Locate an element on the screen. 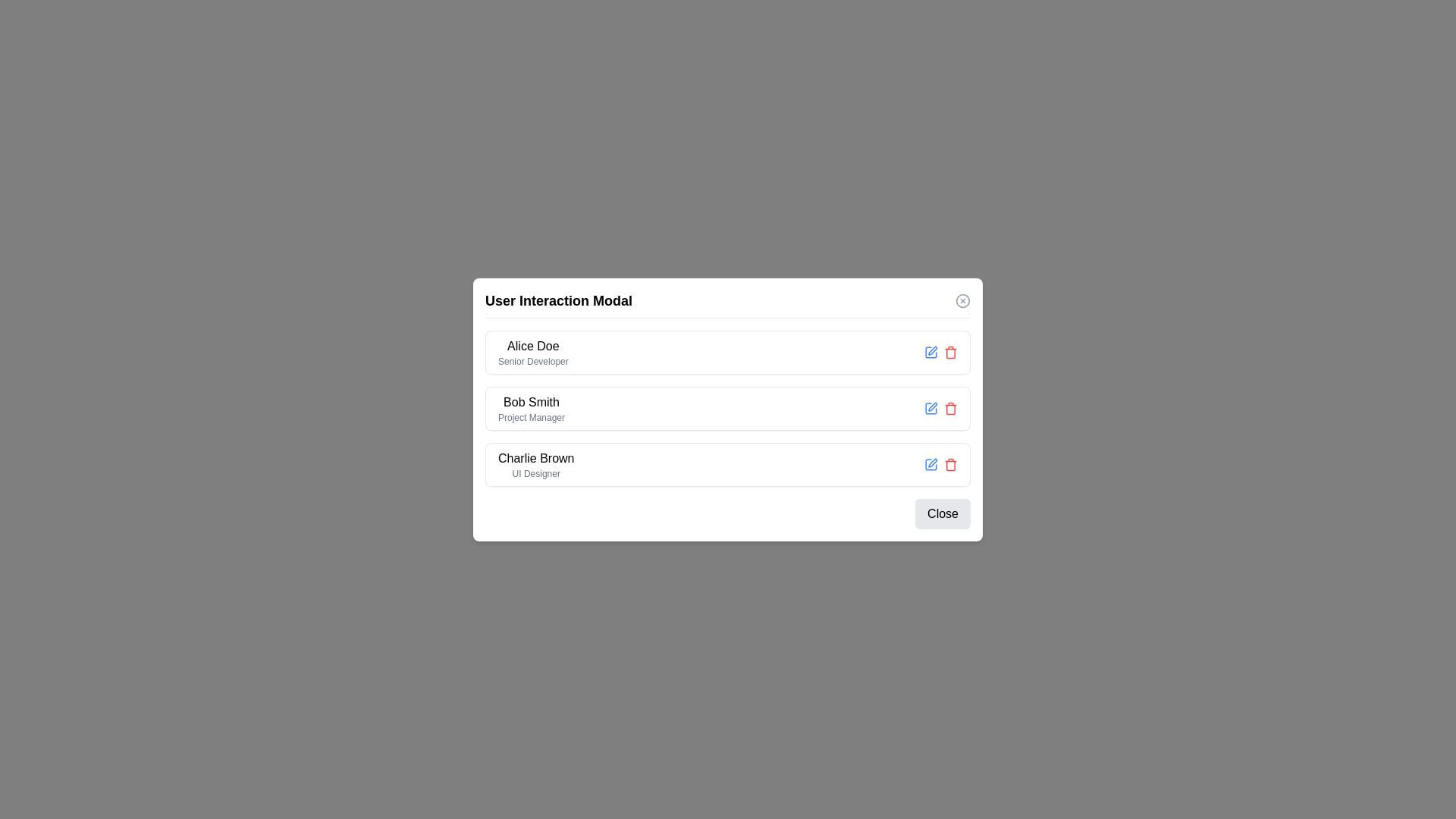 The width and height of the screenshot is (1456, 819). the text label that identifies an individual, positioned below 'Alice Doe' and above 'Charlie Brown', within the modal that includes the subtitle 'Project Manager' is located at coordinates (531, 401).